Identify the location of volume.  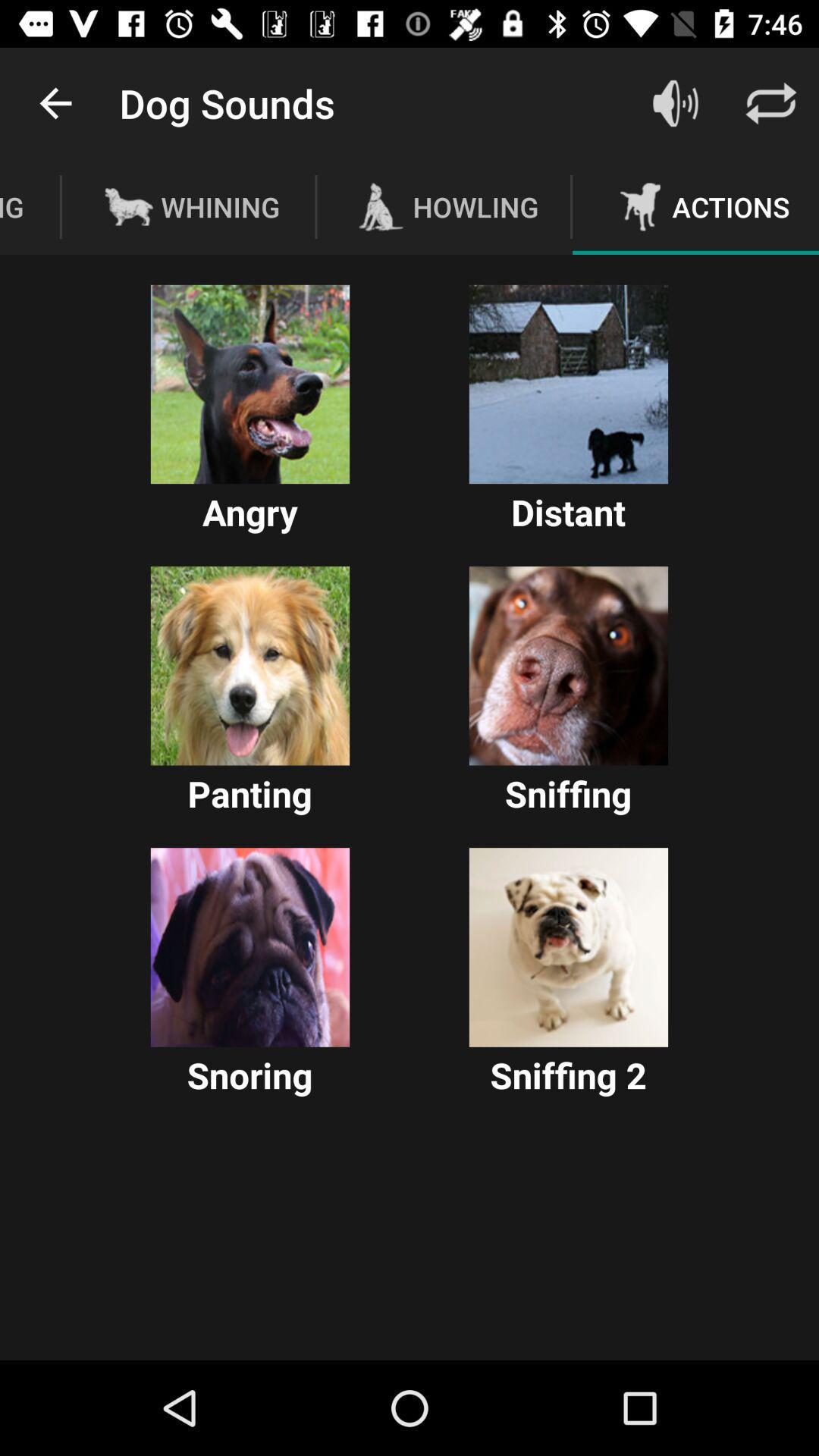
(675, 102).